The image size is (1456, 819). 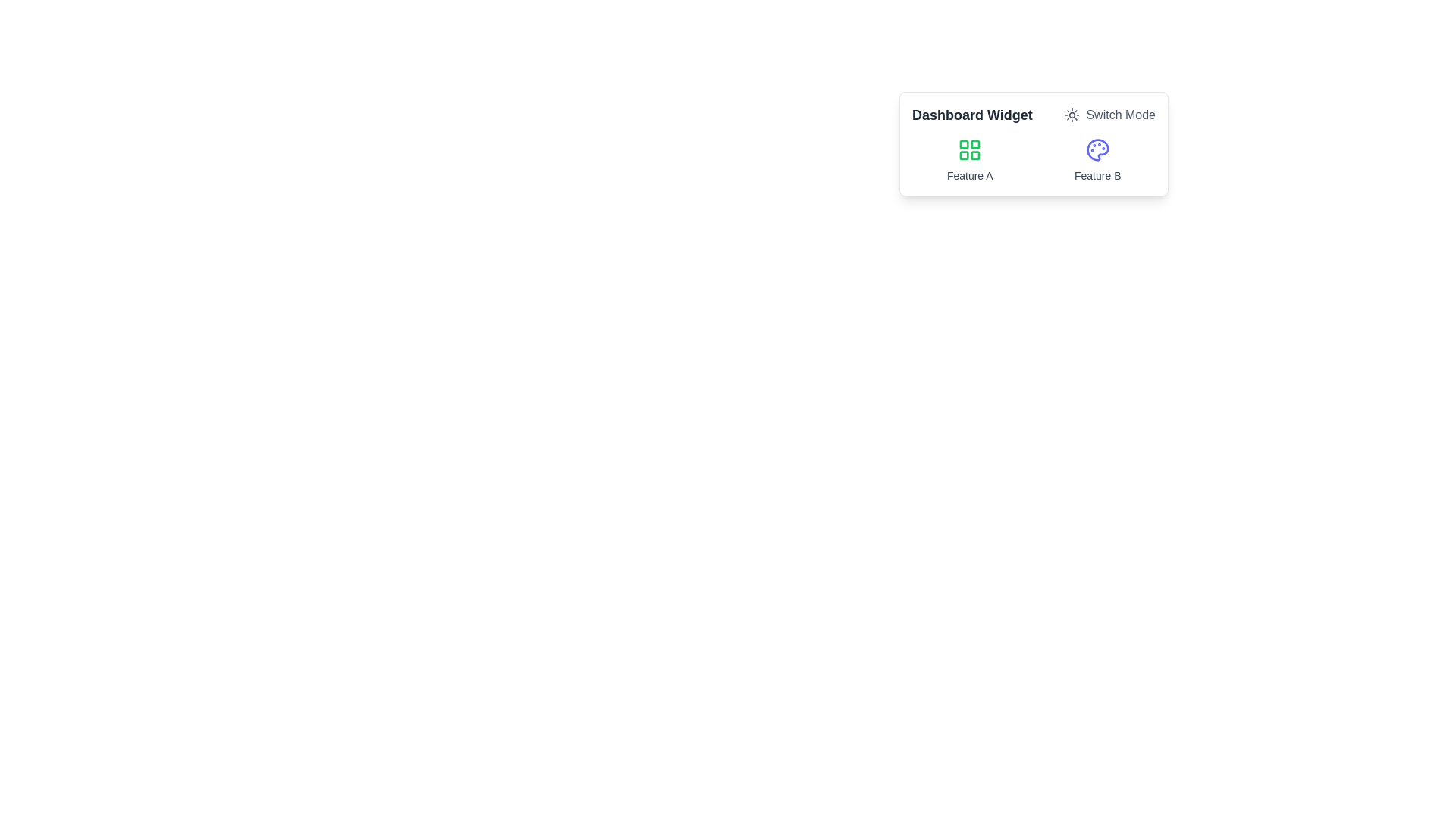 I want to click on the descriptive text label indicating the purpose of the associated green grid icon, positioned directly below the icon within the dashboard widget, so click(x=969, y=174).